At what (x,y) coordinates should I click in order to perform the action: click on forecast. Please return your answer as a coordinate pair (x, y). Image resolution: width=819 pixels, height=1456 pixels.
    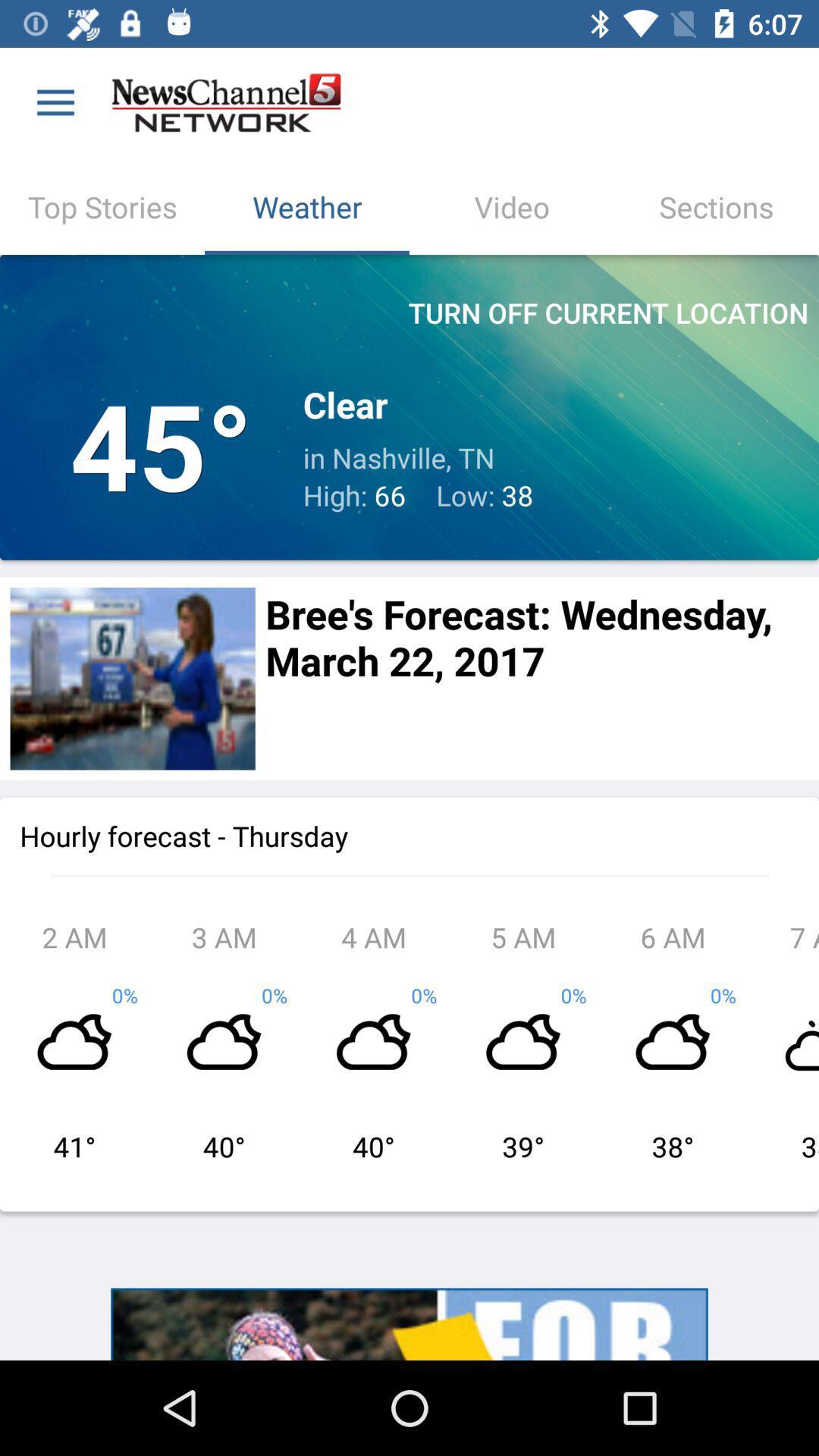
    Looking at the image, I should click on (132, 678).